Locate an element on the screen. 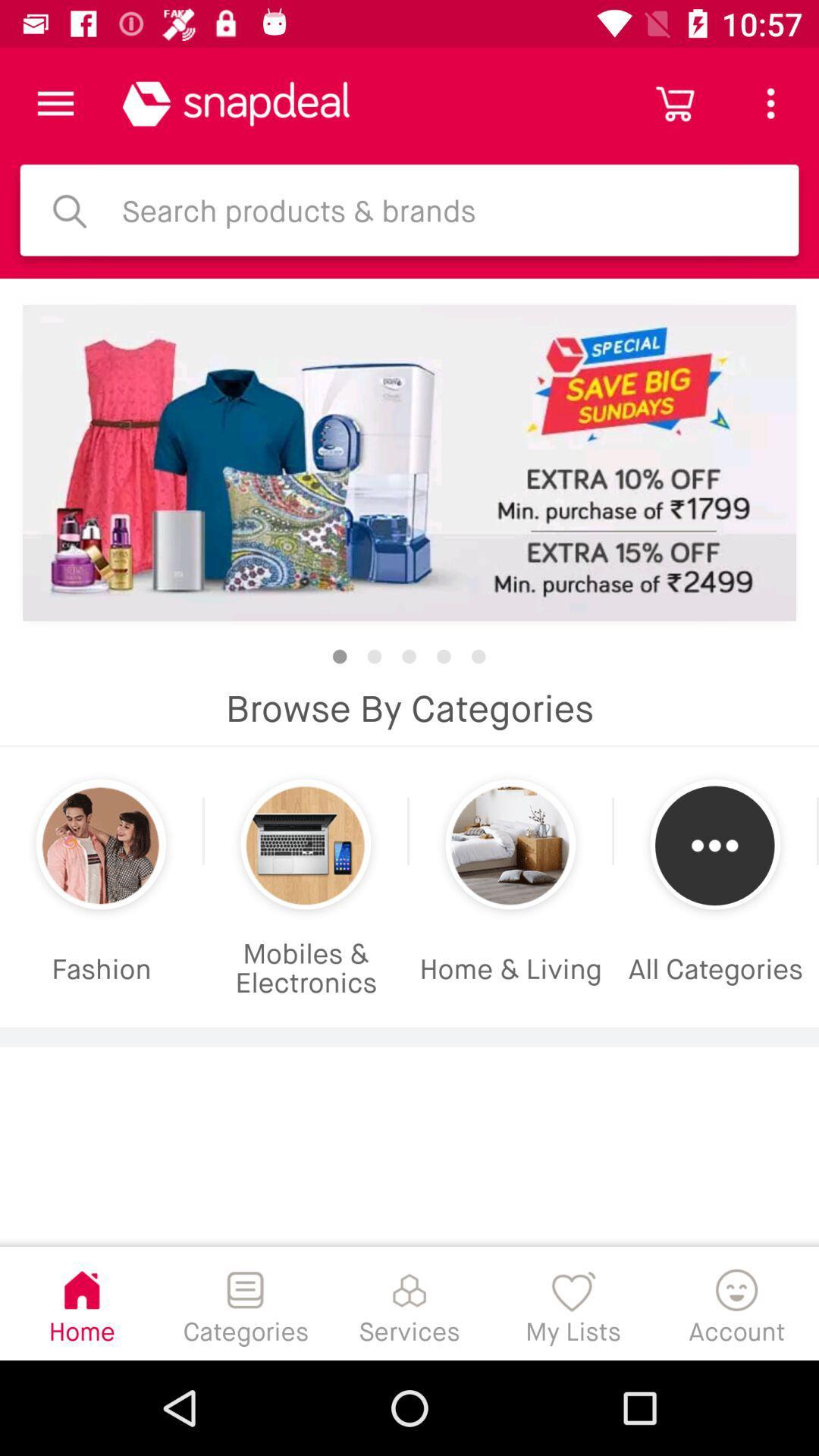  open menu is located at coordinates (55, 102).